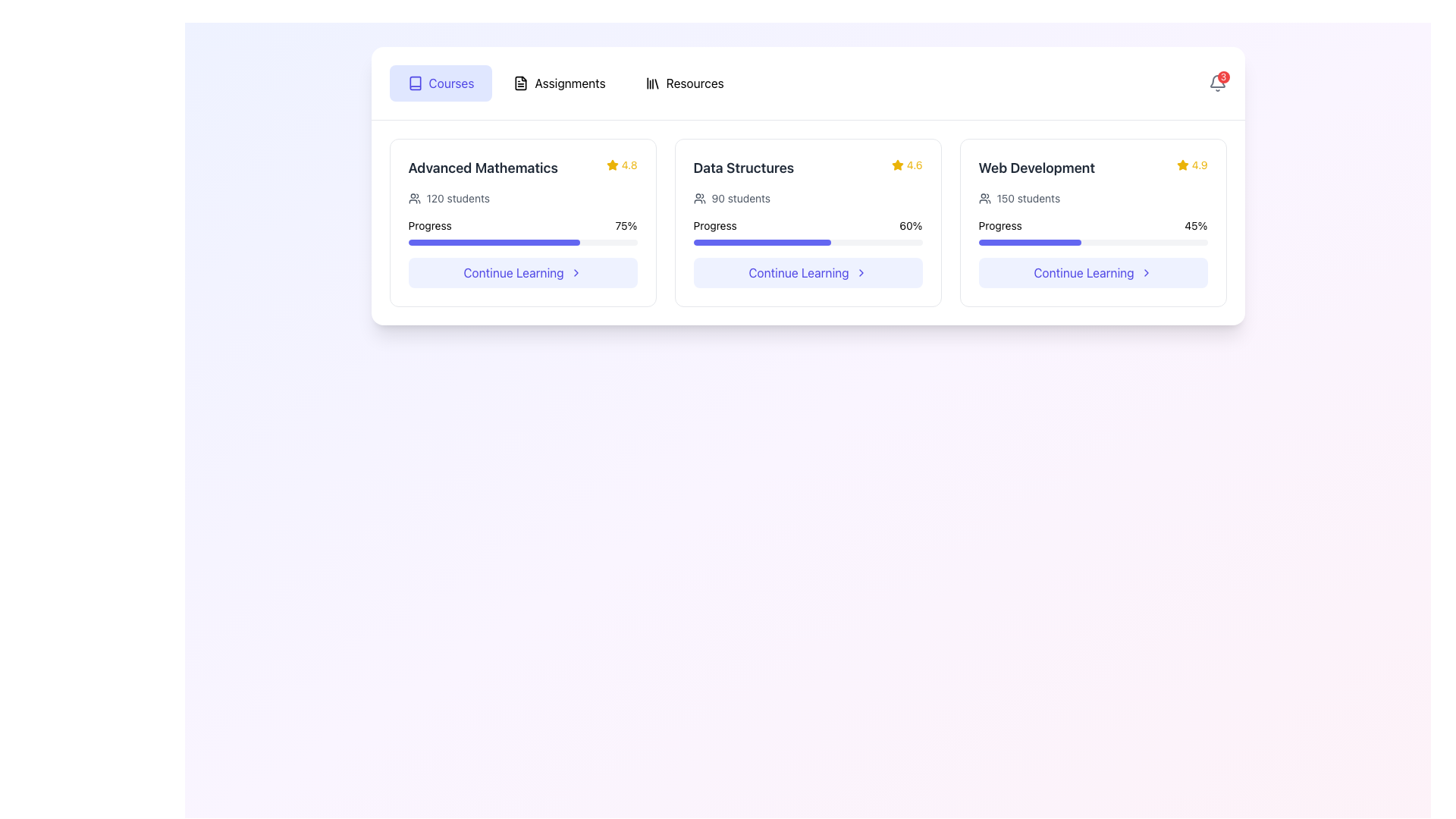 This screenshot has height=819, width=1456. I want to click on the 'Assignments' tab in the navigation menu located in the upper middle section of the interface, just below the header, between the notification icon on the right and white space on the left, so click(565, 83).